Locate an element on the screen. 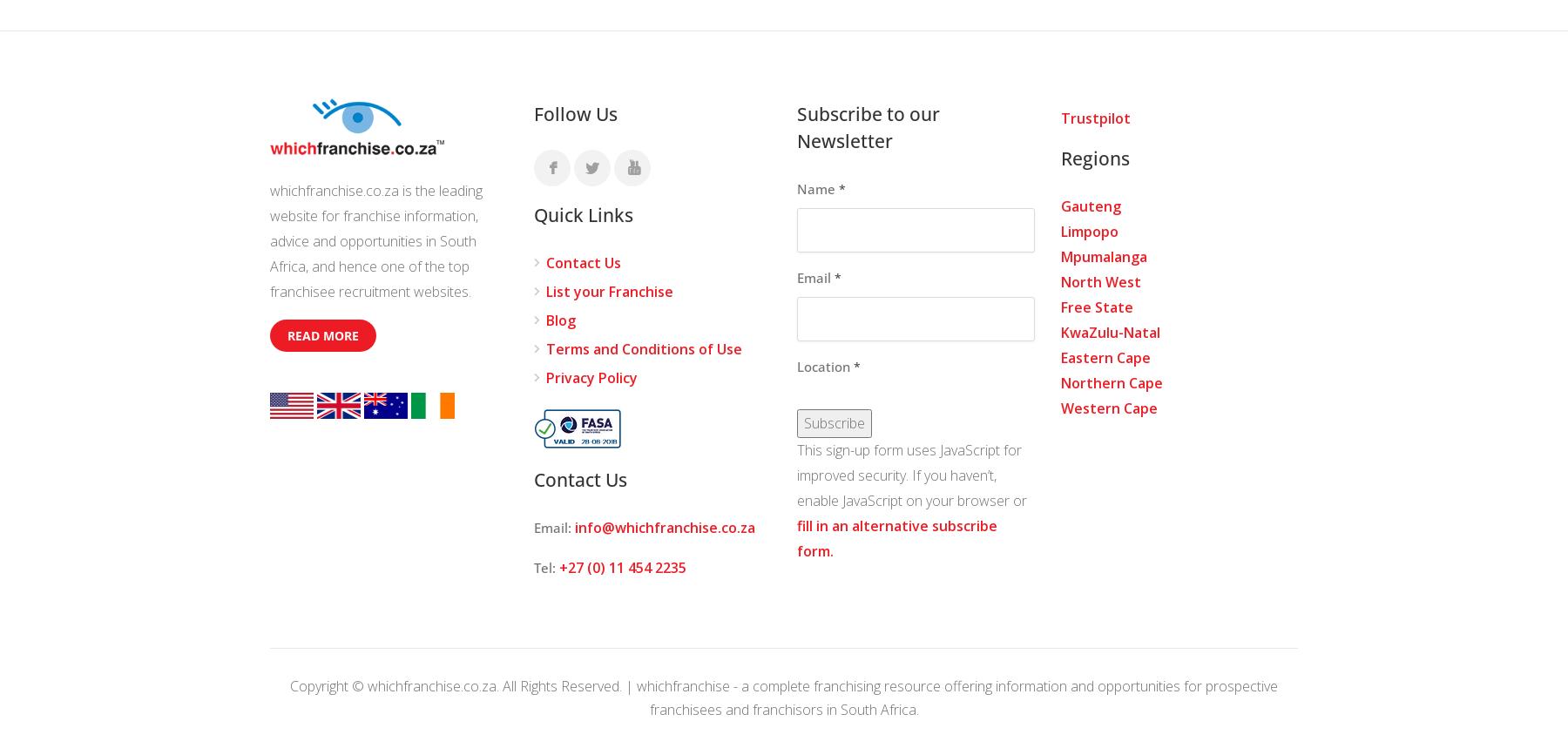 This screenshot has height=748, width=1568. 'Email:' is located at coordinates (533, 528).